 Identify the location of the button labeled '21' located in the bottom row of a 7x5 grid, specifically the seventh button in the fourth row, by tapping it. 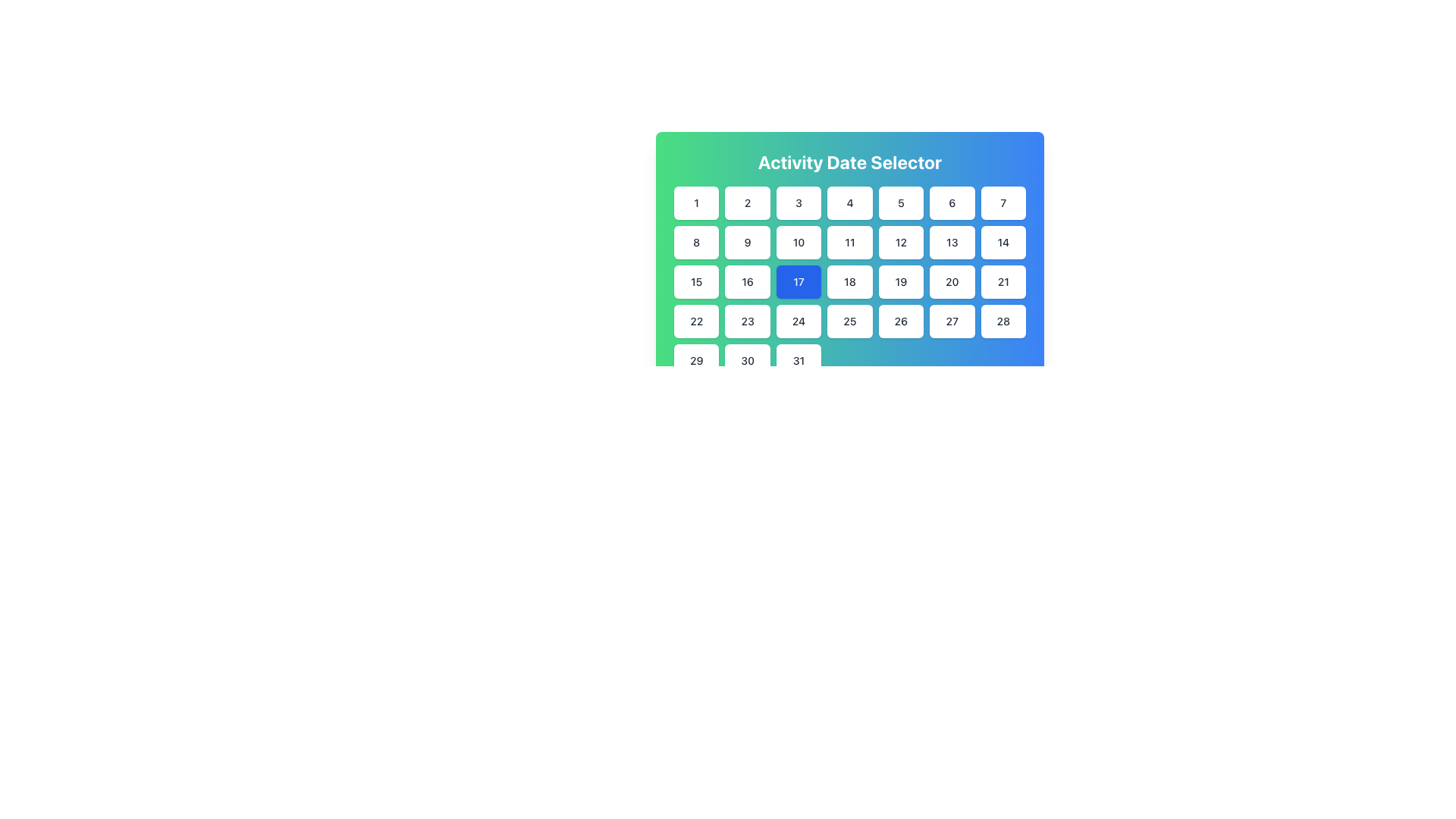
(1003, 281).